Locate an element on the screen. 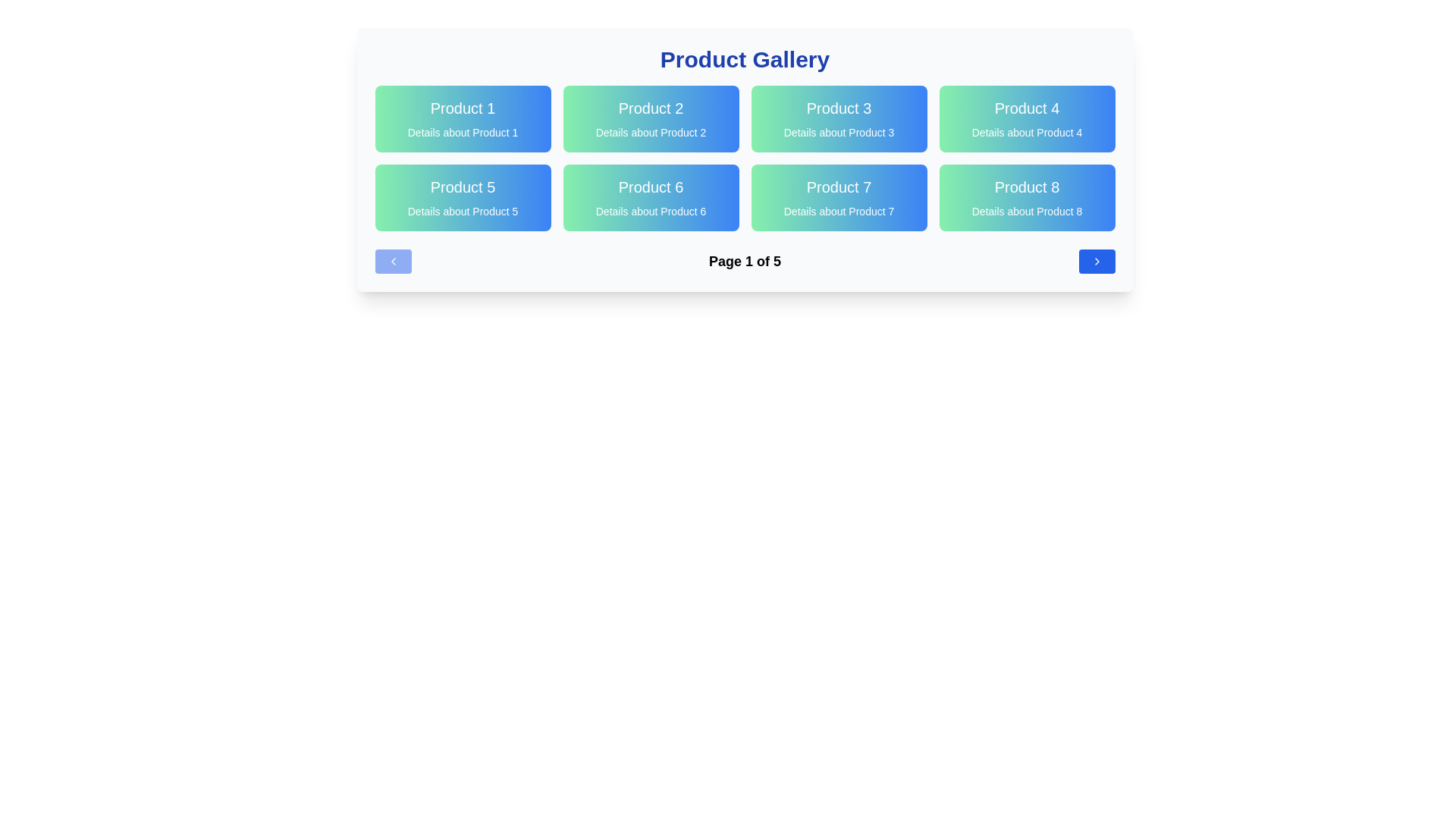 The image size is (1456, 819). the text label displaying 'Product 5', which is styled with an extra-large font and centered within a gradient-colored background is located at coordinates (462, 186).